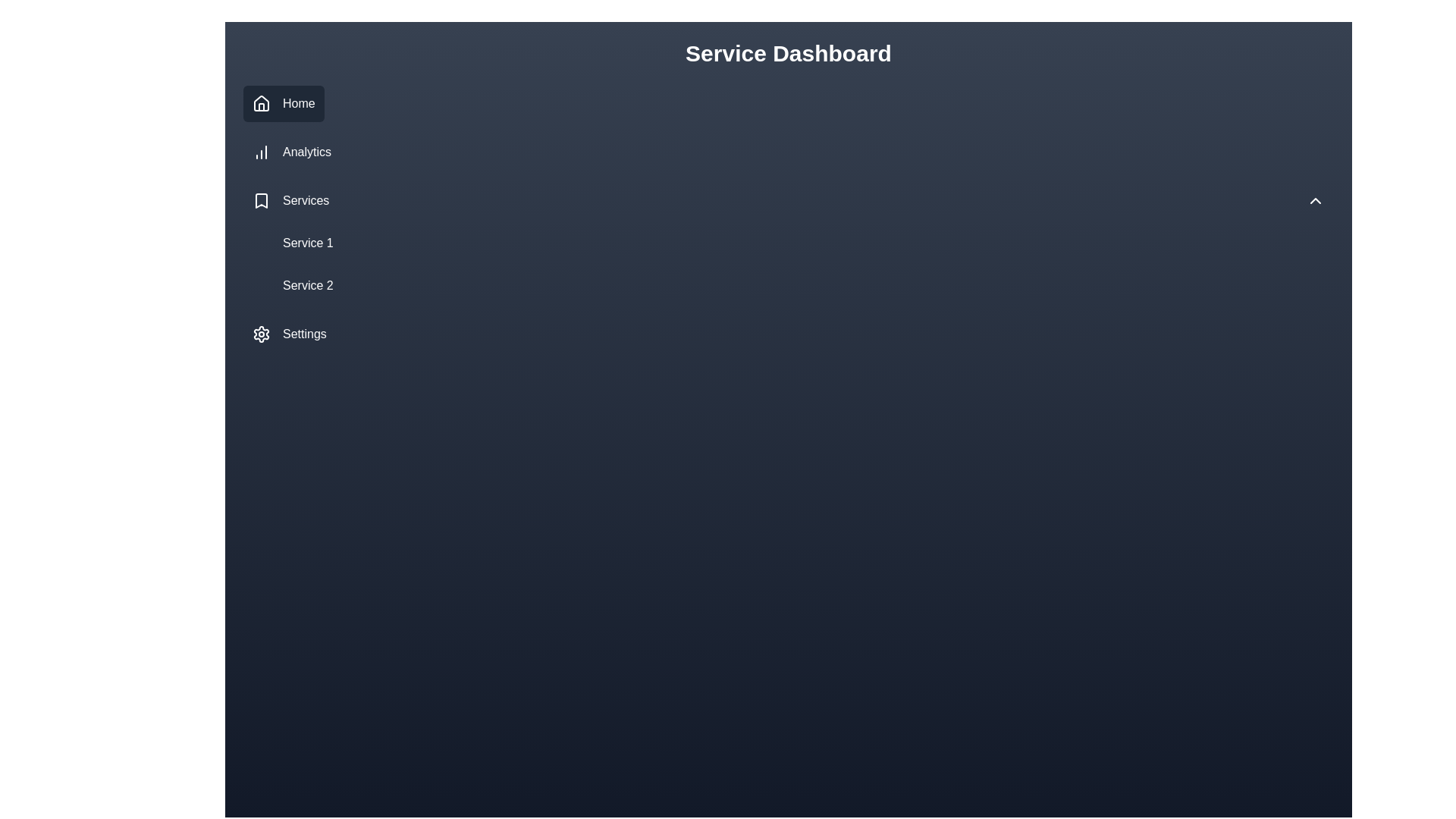 The height and width of the screenshot is (819, 1456). What do you see at coordinates (291, 152) in the screenshot?
I see `the 'Analytics' navigation button located under the 'Home' menu in the top left of the interface to trigger a visual response` at bounding box center [291, 152].